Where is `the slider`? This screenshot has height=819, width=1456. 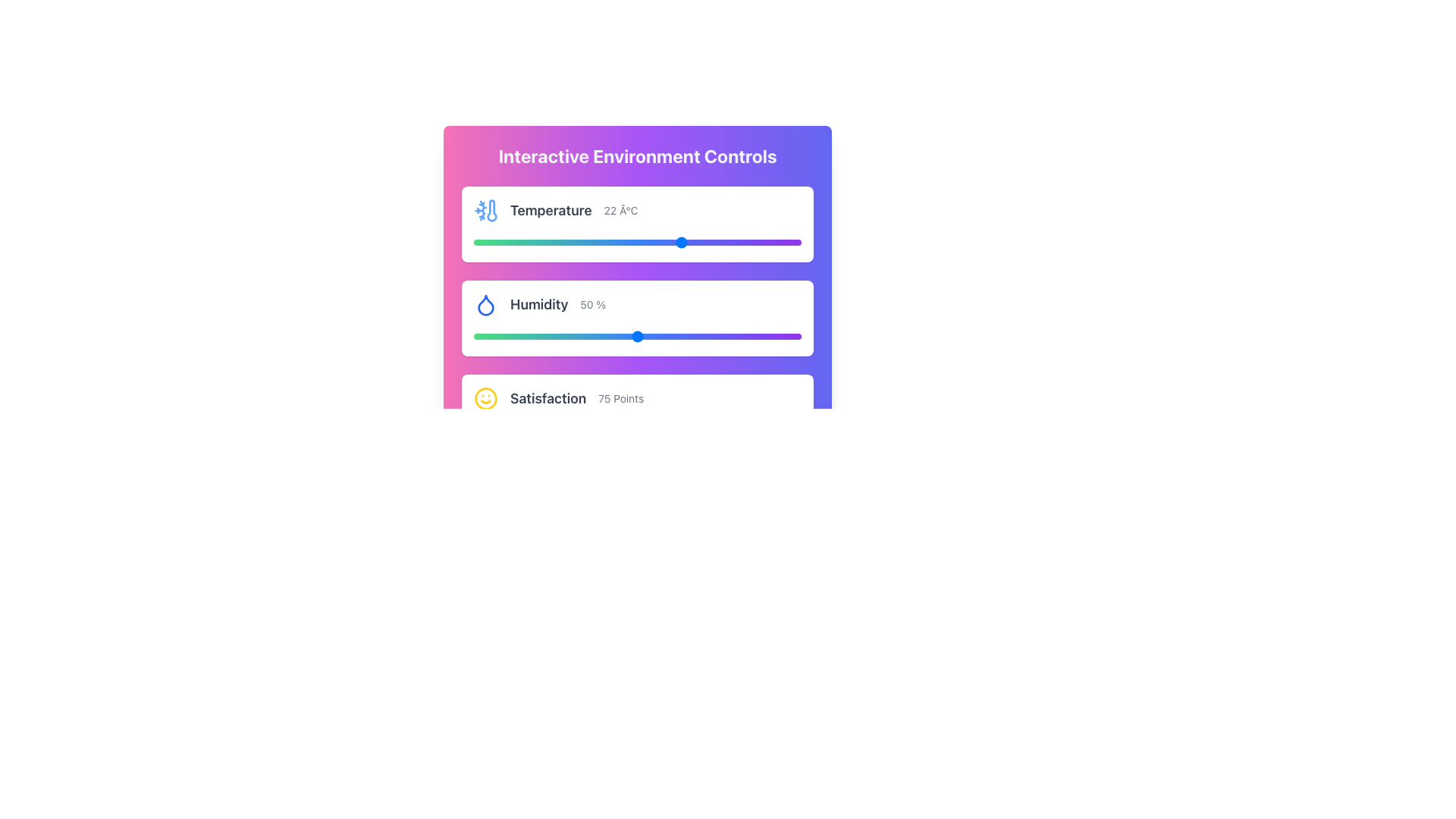
the slider is located at coordinates (788, 242).